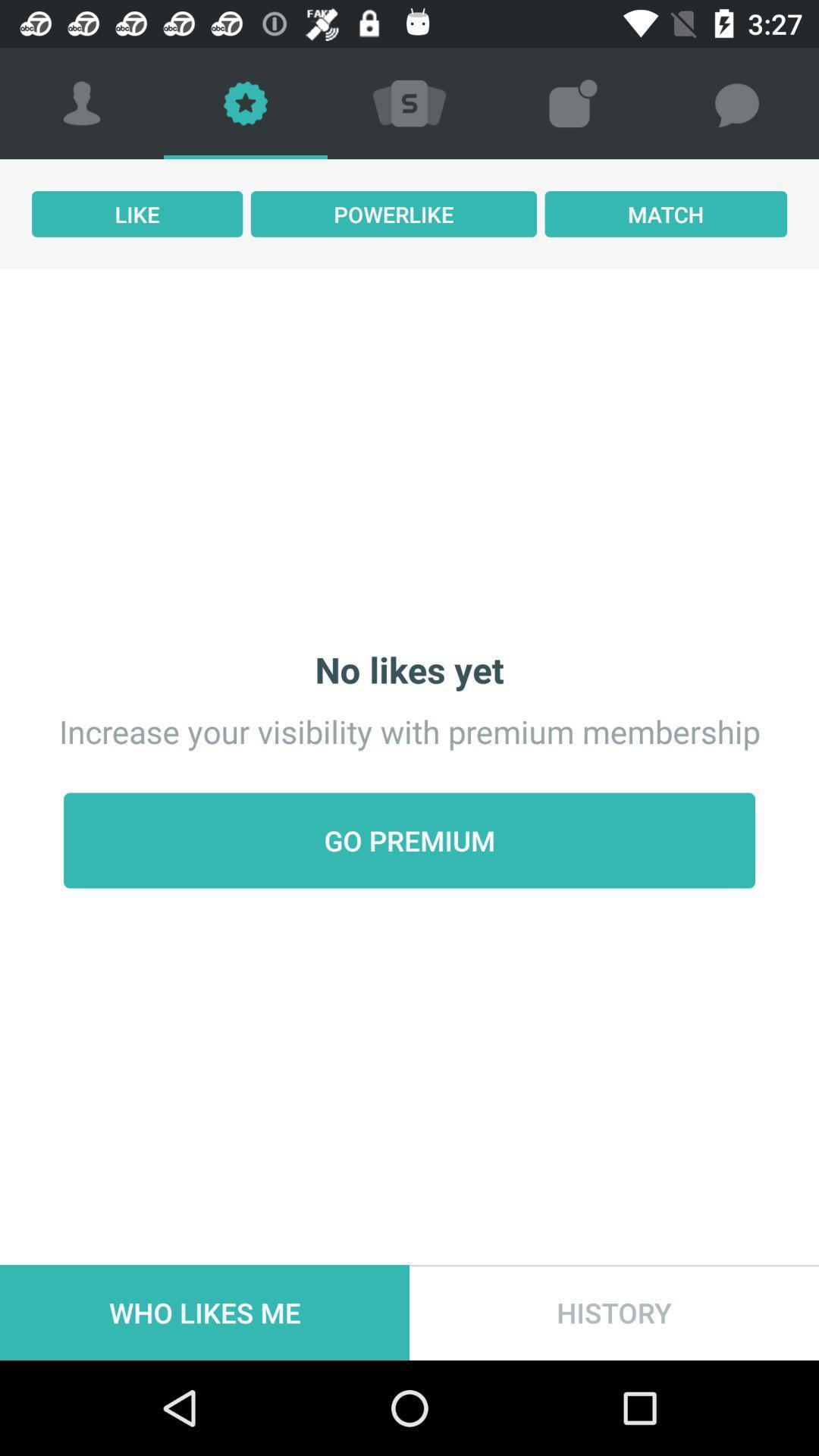  What do you see at coordinates (614, 1312) in the screenshot?
I see `history item` at bounding box center [614, 1312].